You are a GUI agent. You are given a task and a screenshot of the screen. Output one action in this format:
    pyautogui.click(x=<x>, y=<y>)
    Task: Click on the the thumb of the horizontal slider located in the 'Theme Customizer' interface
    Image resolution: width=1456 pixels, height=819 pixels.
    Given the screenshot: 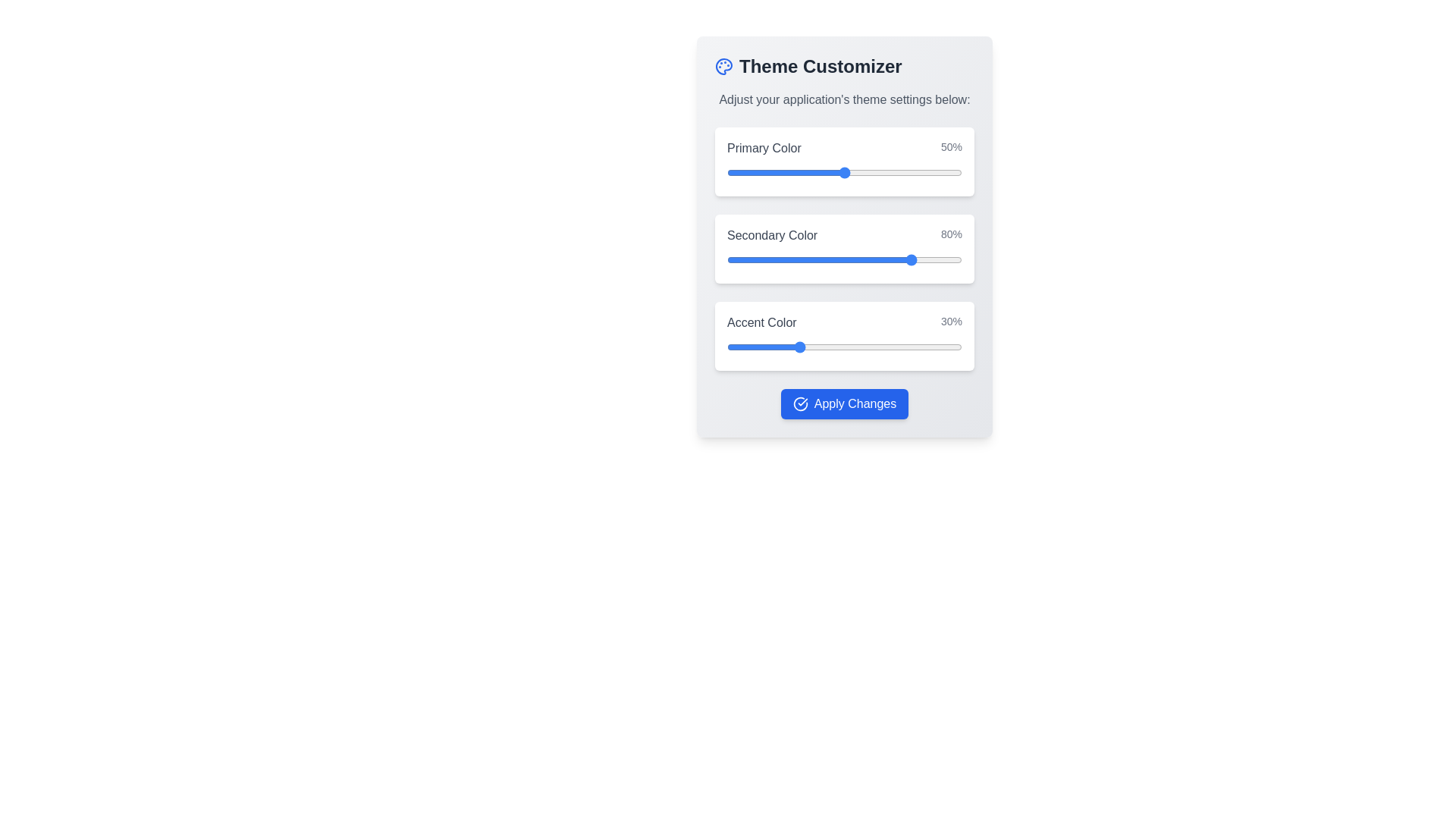 What is the action you would take?
    pyautogui.click(x=843, y=259)
    